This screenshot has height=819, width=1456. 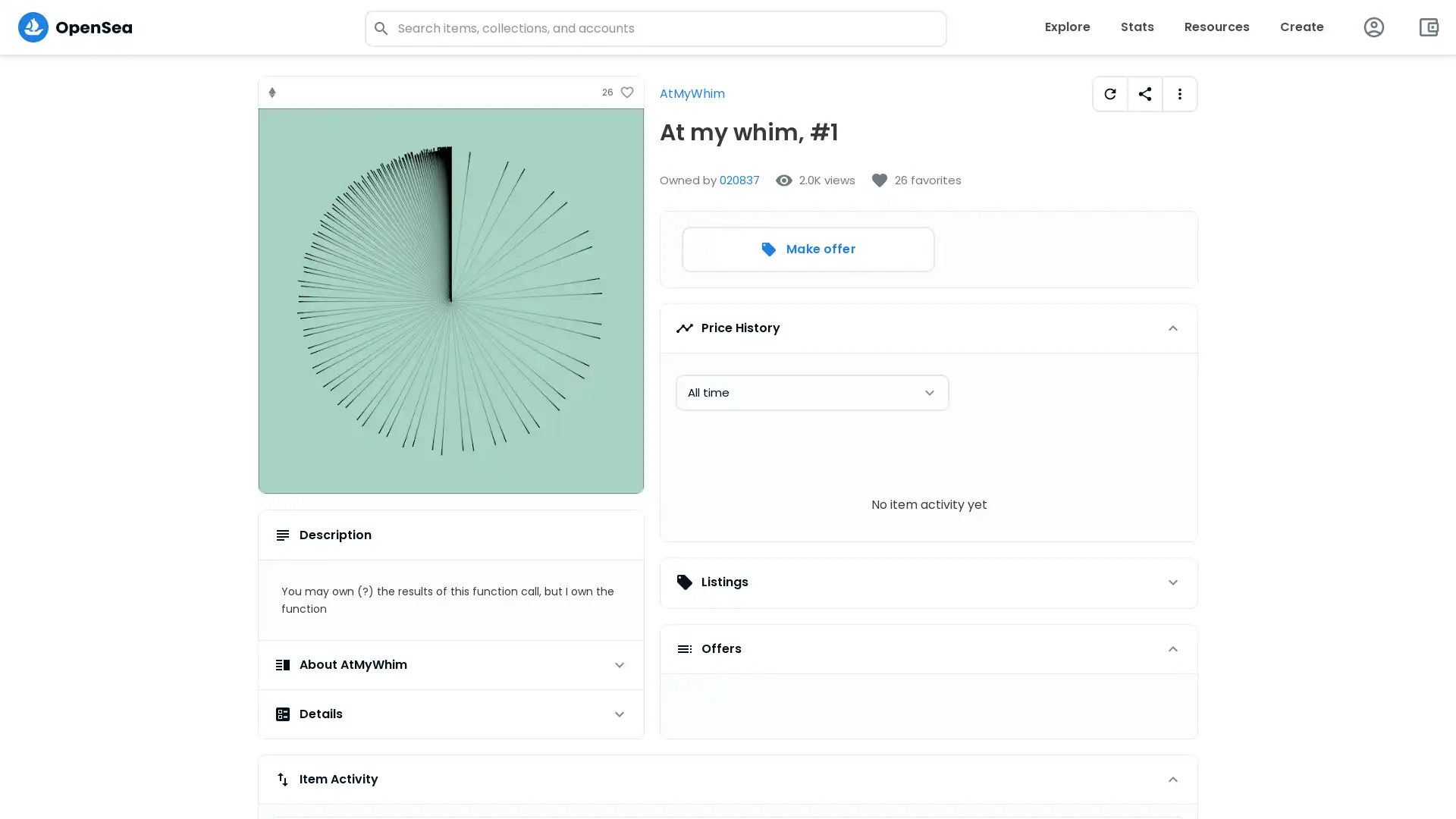 I want to click on About AtMyWhim, so click(x=450, y=664).